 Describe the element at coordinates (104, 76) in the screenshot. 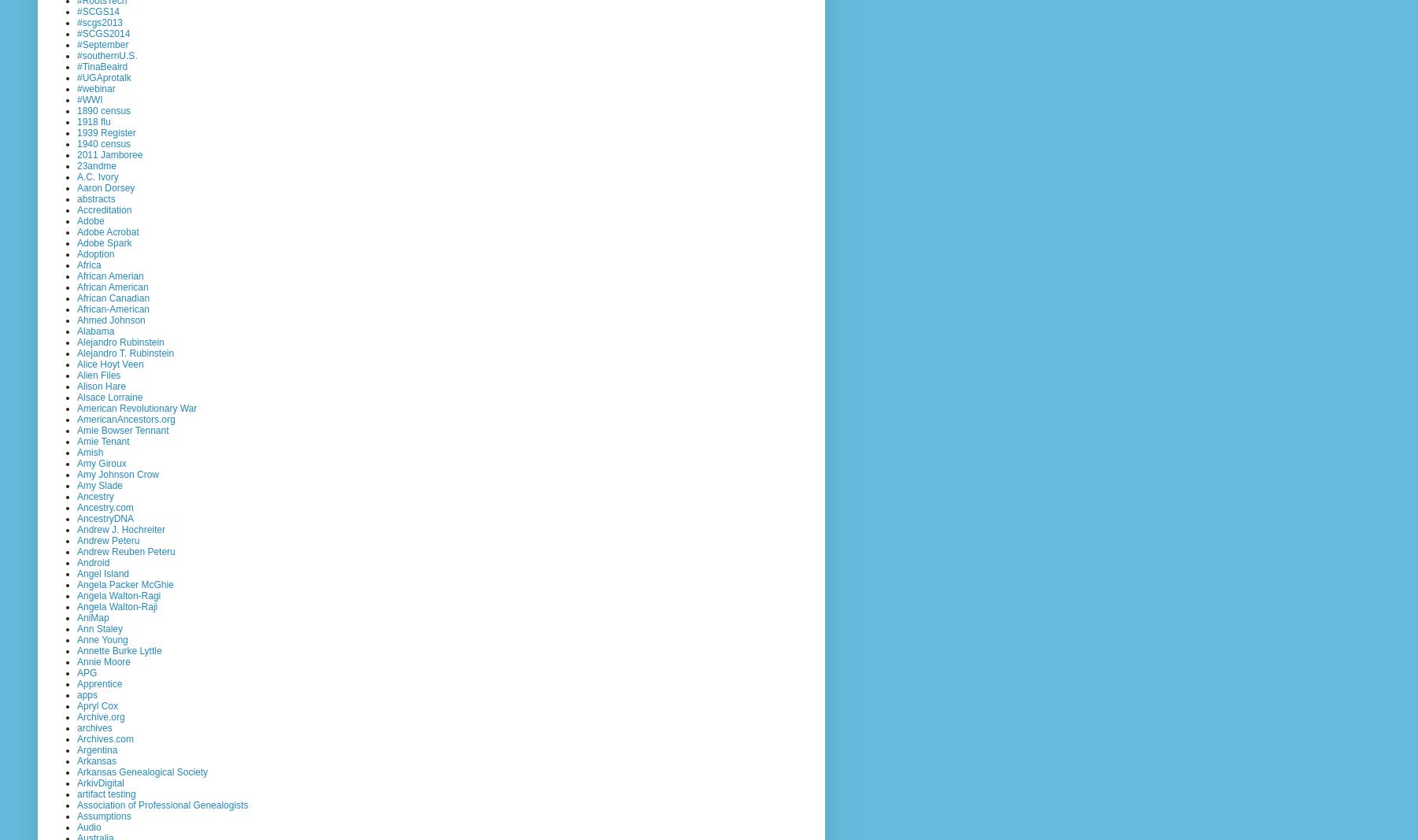

I see `'#UGAprotalk'` at that location.